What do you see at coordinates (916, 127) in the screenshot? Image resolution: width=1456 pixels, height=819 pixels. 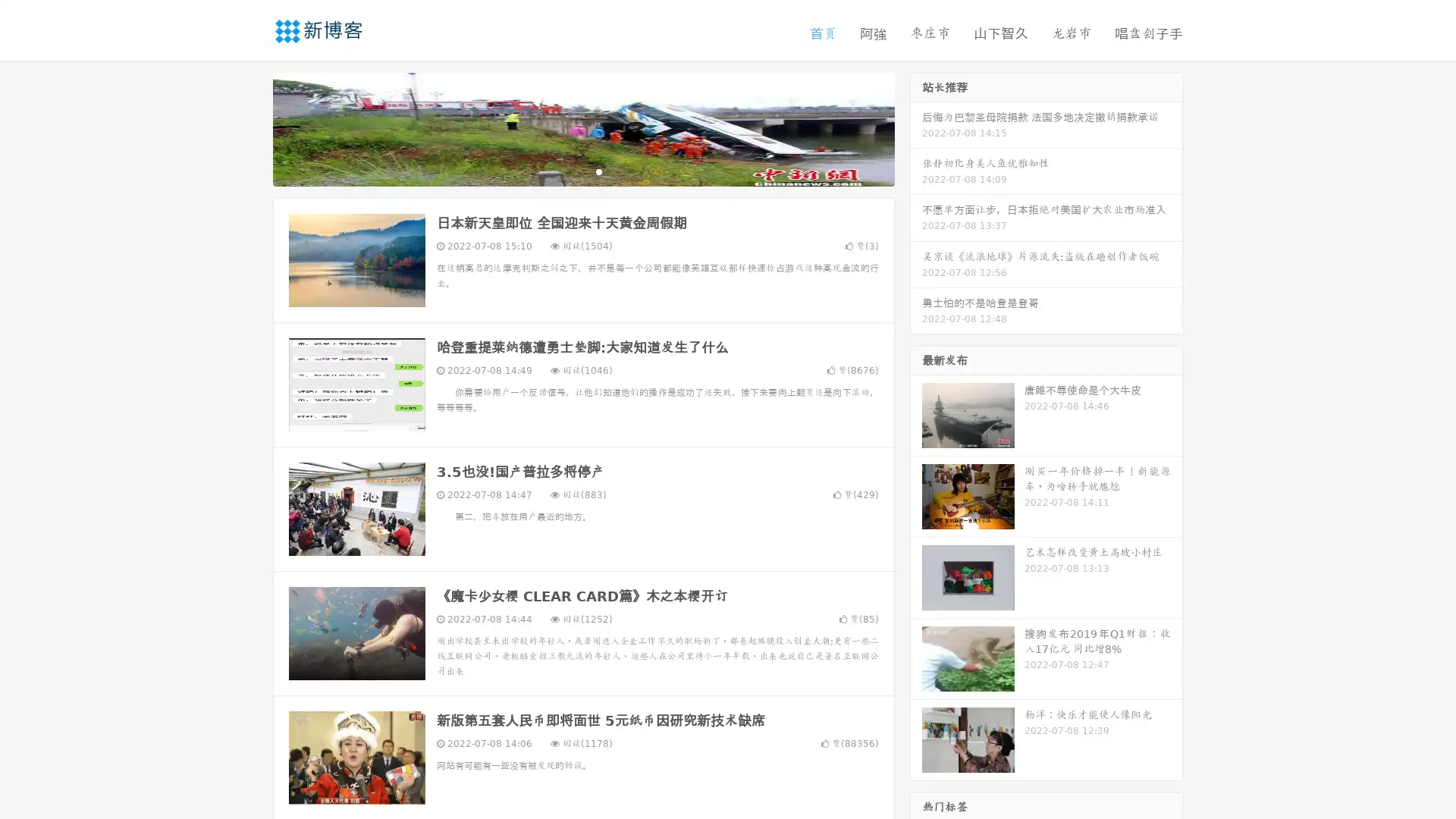 I see `Next slide` at bounding box center [916, 127].